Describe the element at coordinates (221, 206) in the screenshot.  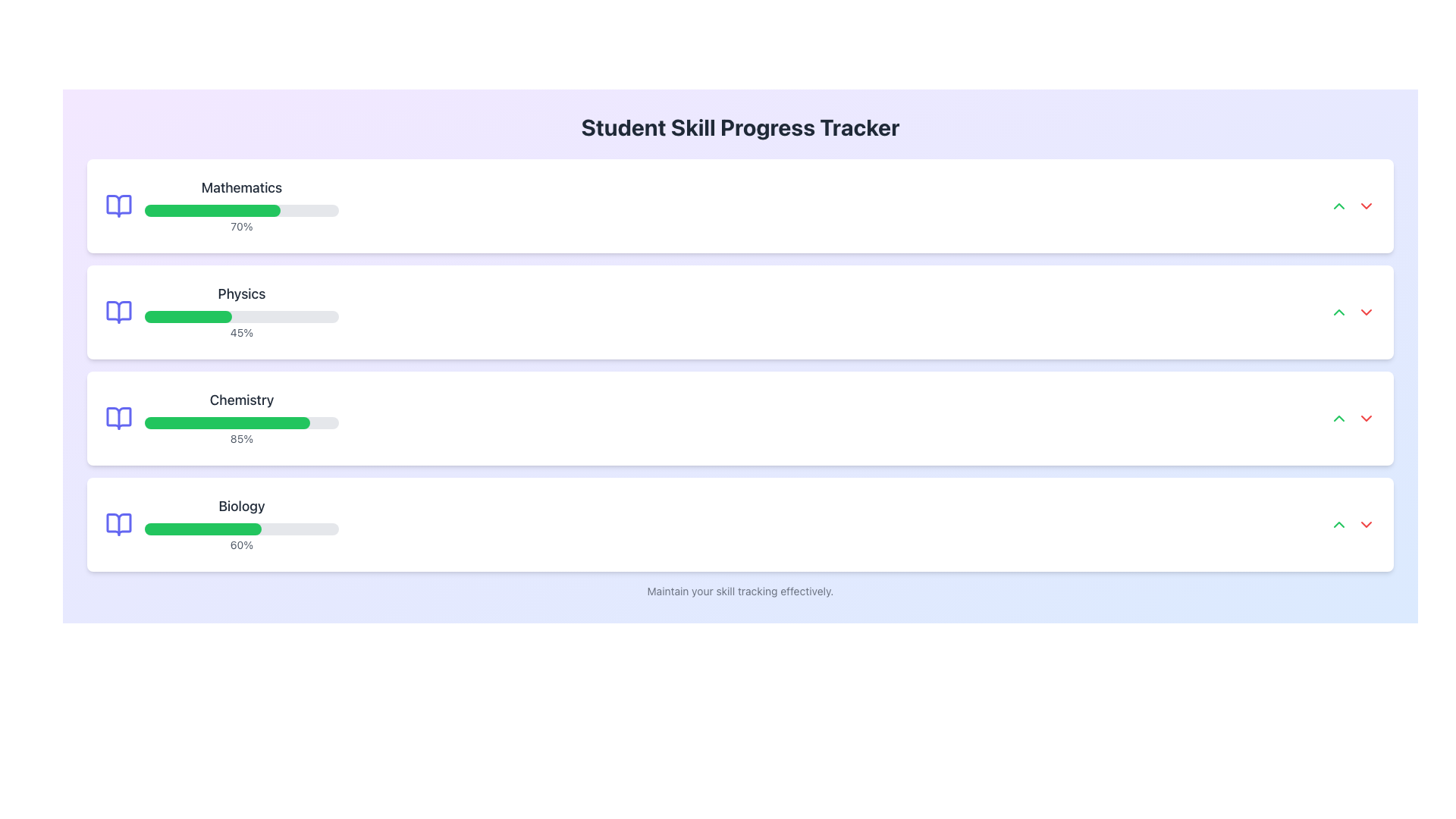
I see `the Progress Indicator Component for 'Mathematics' which shows 70% completion and is located in the first row of the skill tracker list` at that location.